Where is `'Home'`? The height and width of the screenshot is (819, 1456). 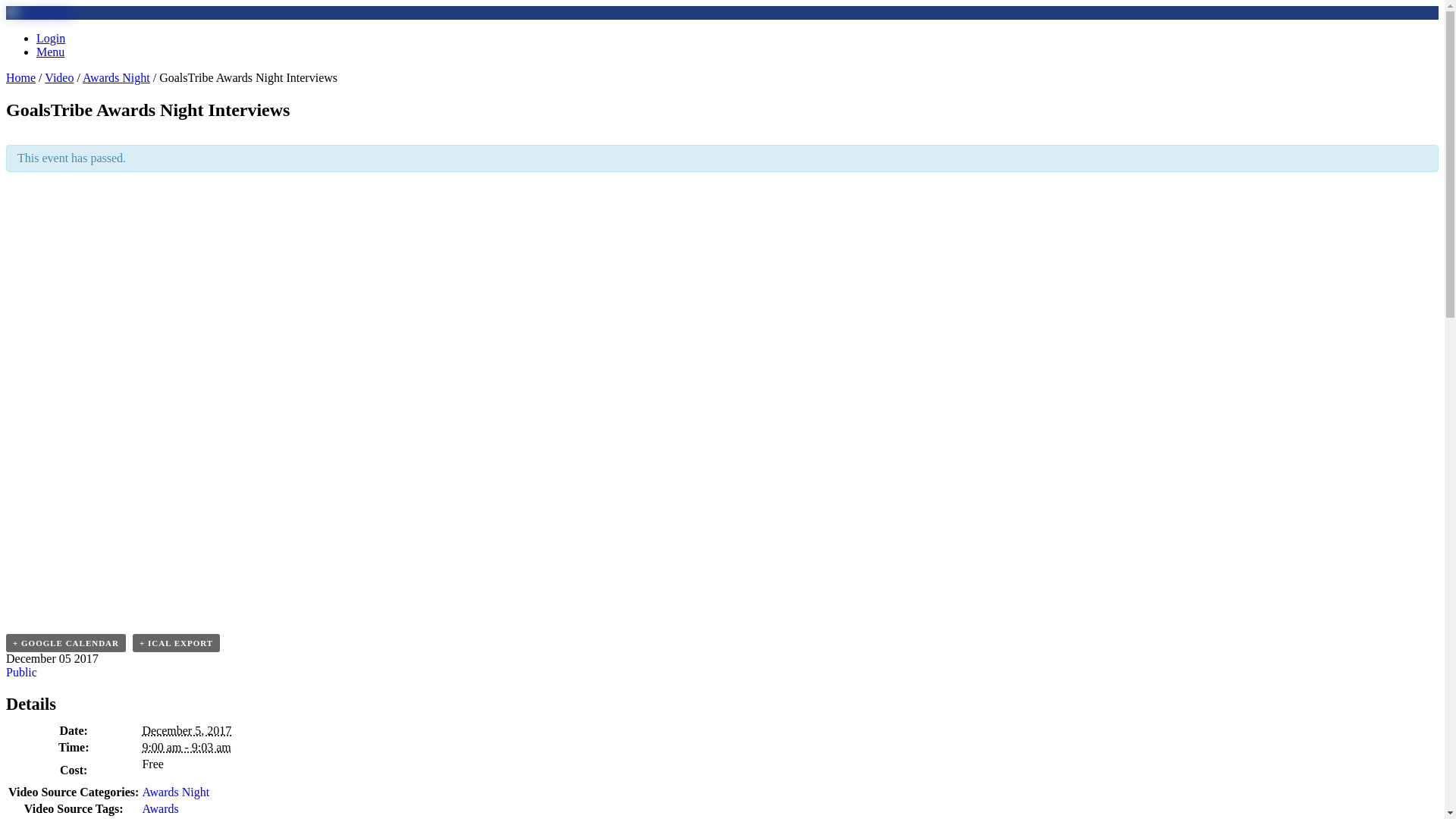 'Home' is located at coordinates (20, 77).